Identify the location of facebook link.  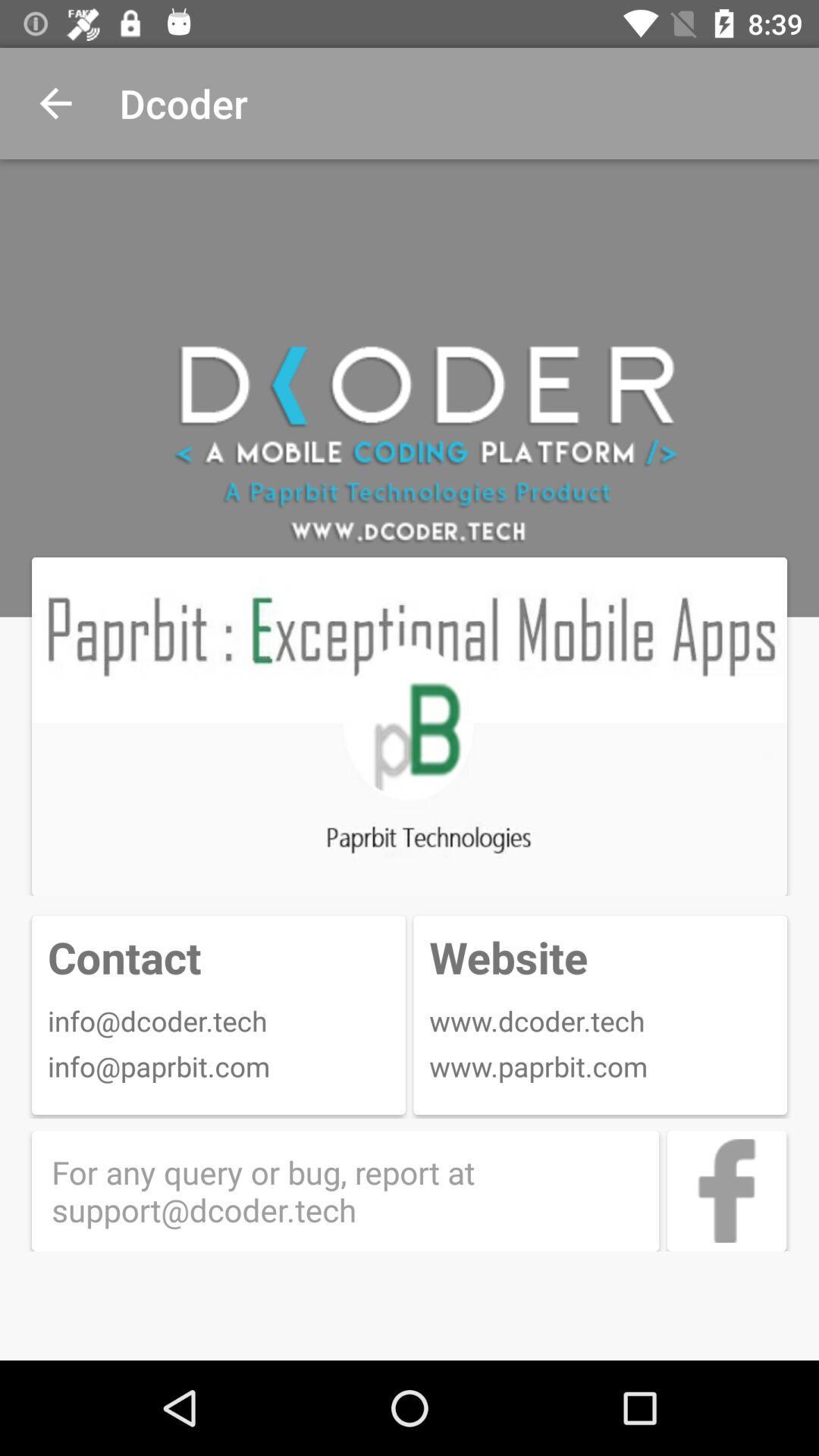
(726, 1190).